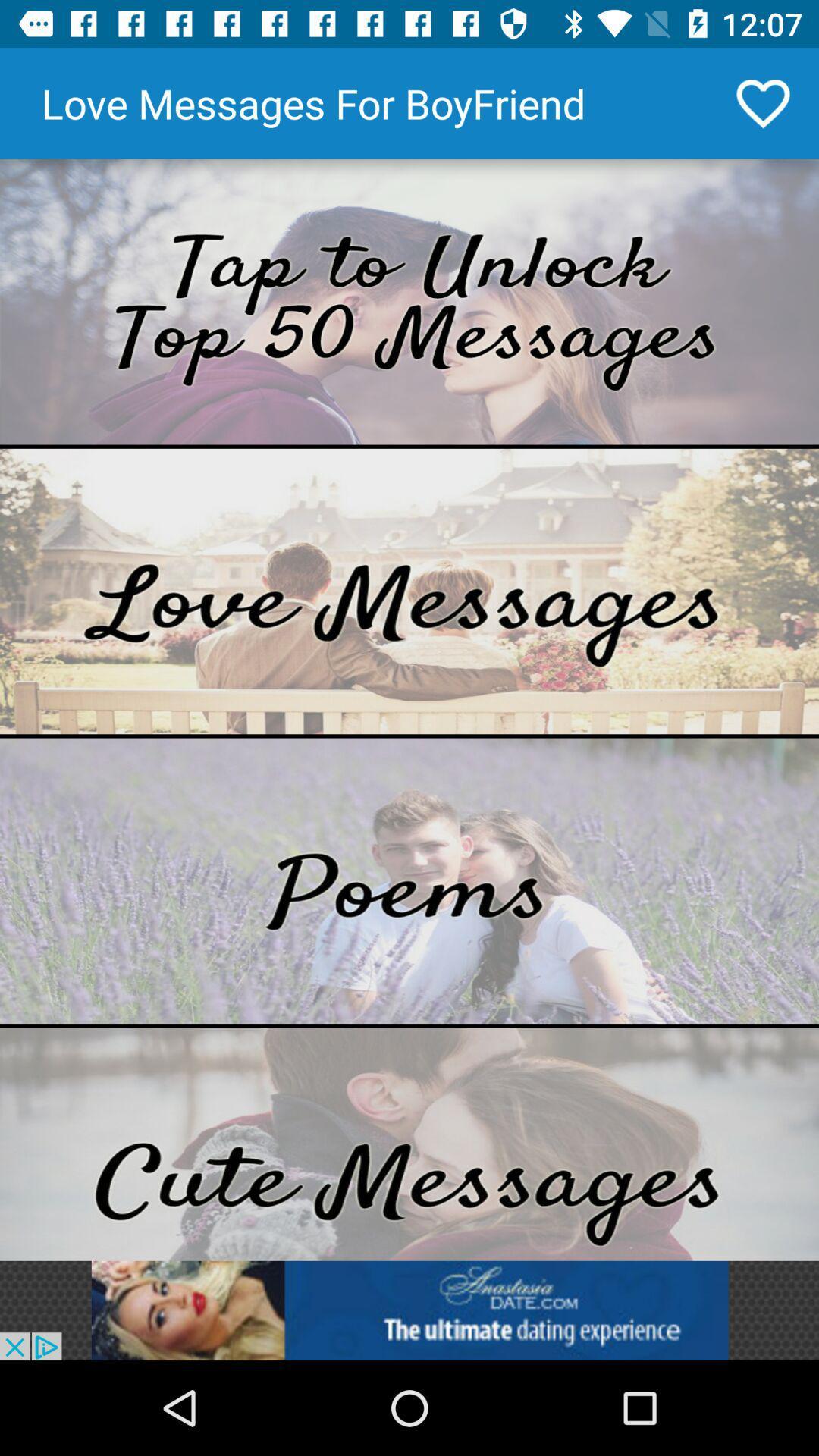 The width and height of the screenshot is (819, 1456). I want to click on advertising advertisement, so click(409, 1310).